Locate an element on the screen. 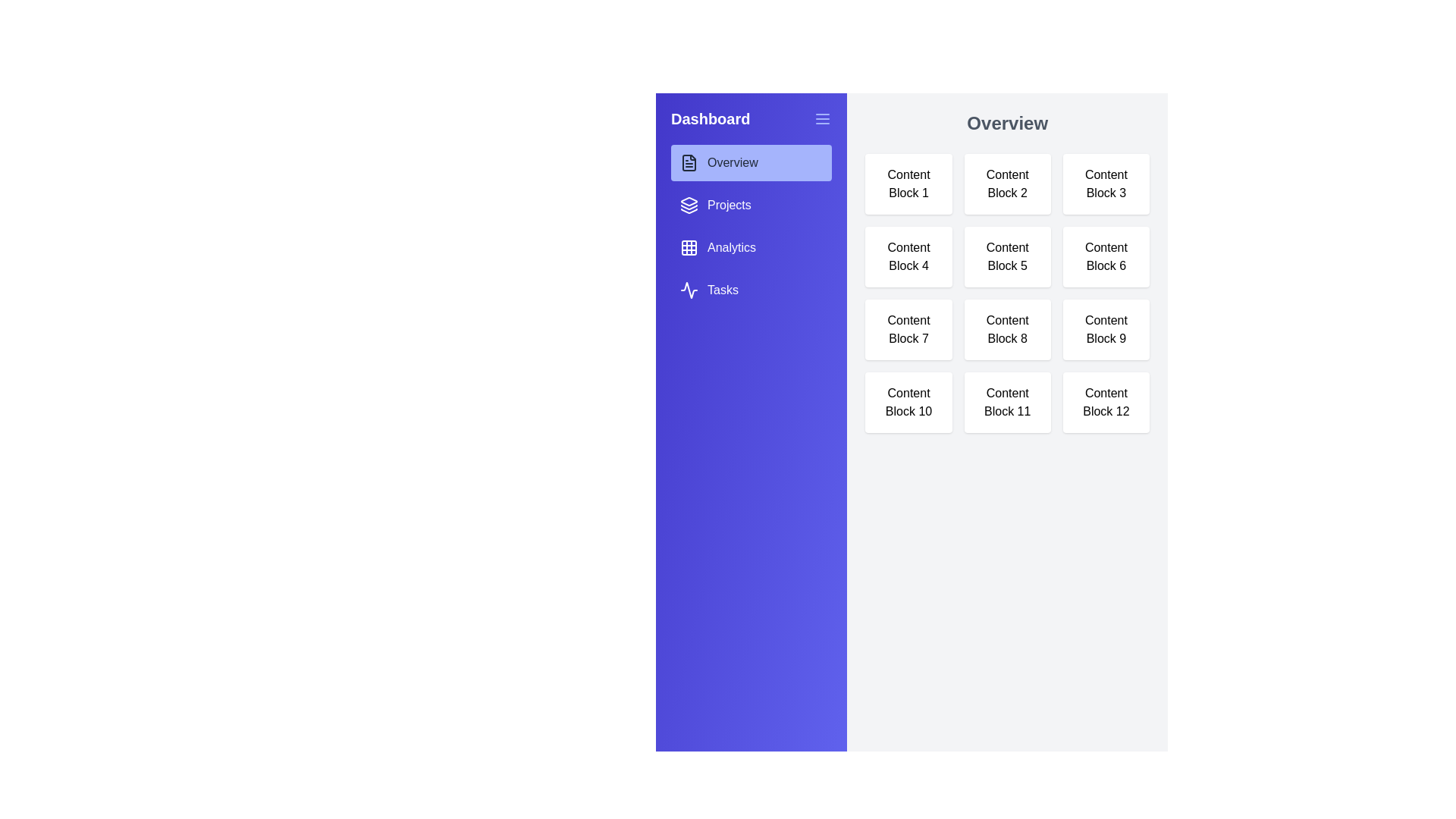 The width and height of the screenshot is (1456, 819). the toggle button in the sidebar header to toggle the visibility of the sidebar menu is located at coordinates (822, 118).